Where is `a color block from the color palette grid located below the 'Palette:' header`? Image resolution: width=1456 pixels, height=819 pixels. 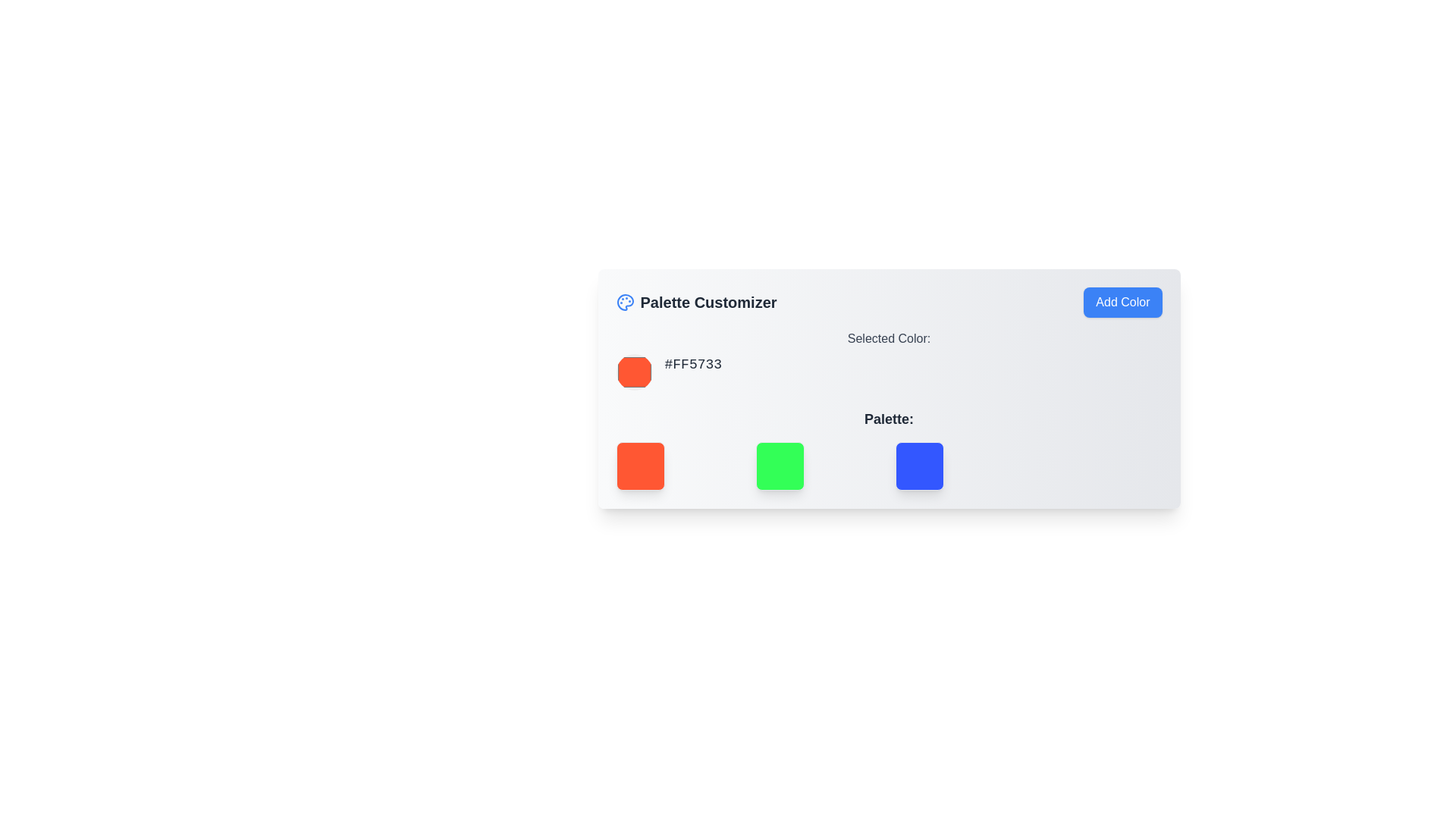
a color block from the color palette grid located below the 'Palette:' header is located at coordinates (889, 465).